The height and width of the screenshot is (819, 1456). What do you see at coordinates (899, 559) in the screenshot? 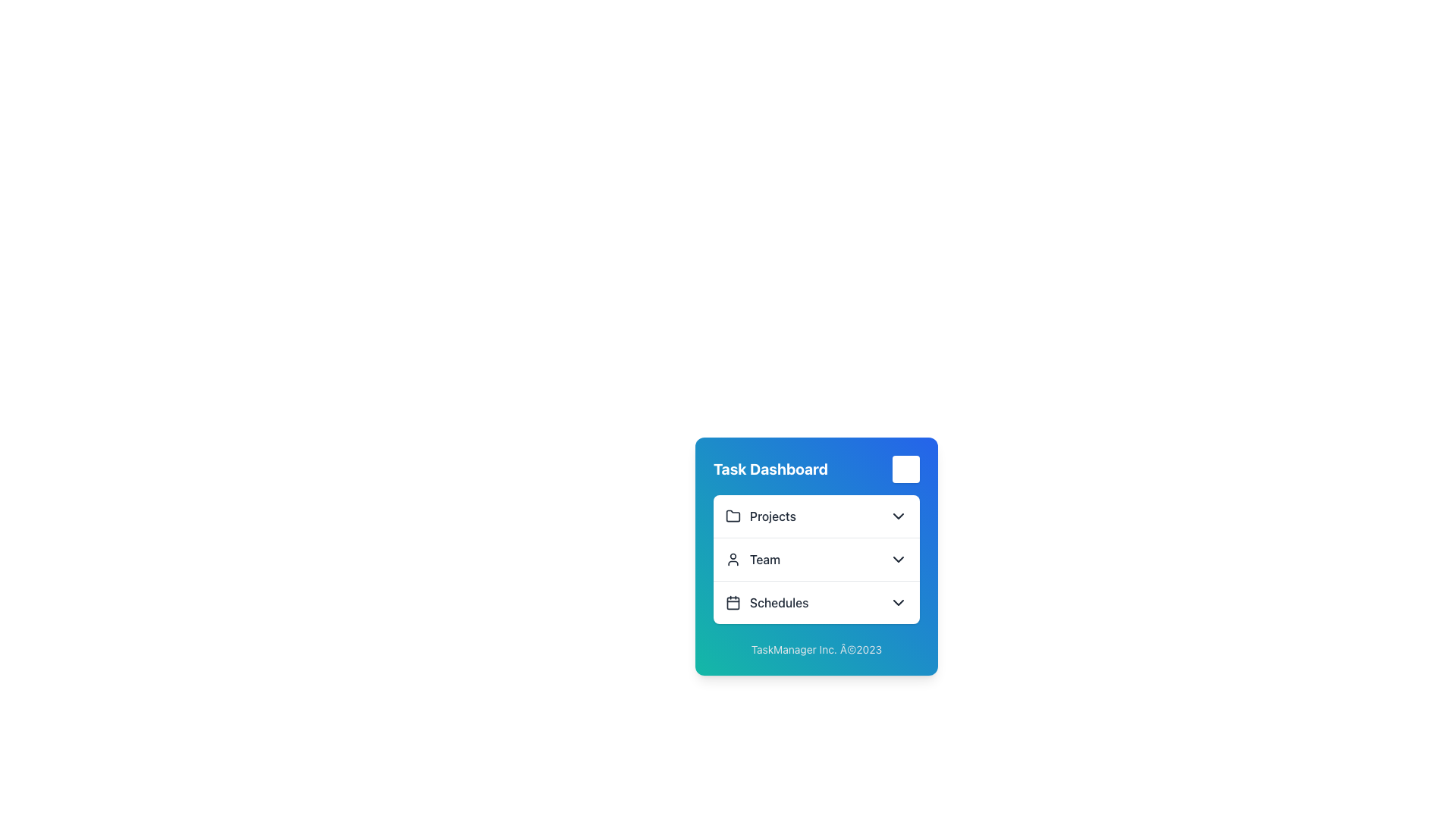
I see `the Dropdown Indicator Icon located to the right of the 'Team' entry to potentially reveal a tooltip` at bounding box center [899, 559].